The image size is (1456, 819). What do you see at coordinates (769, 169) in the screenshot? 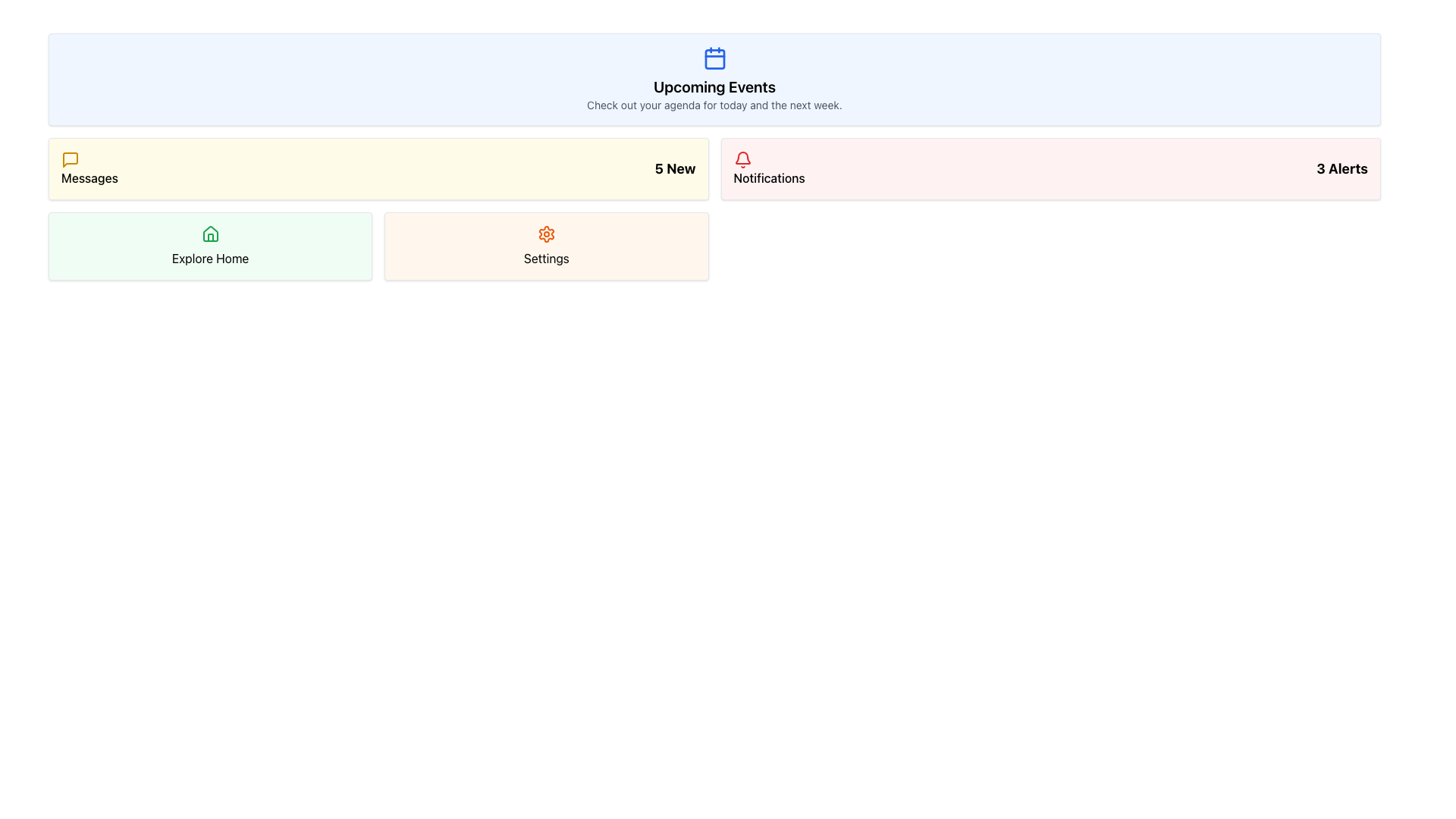
I see `the notifications label with icon located in the top right section of the interface, which indicates notification-related content` at bounding box center [769, 169].